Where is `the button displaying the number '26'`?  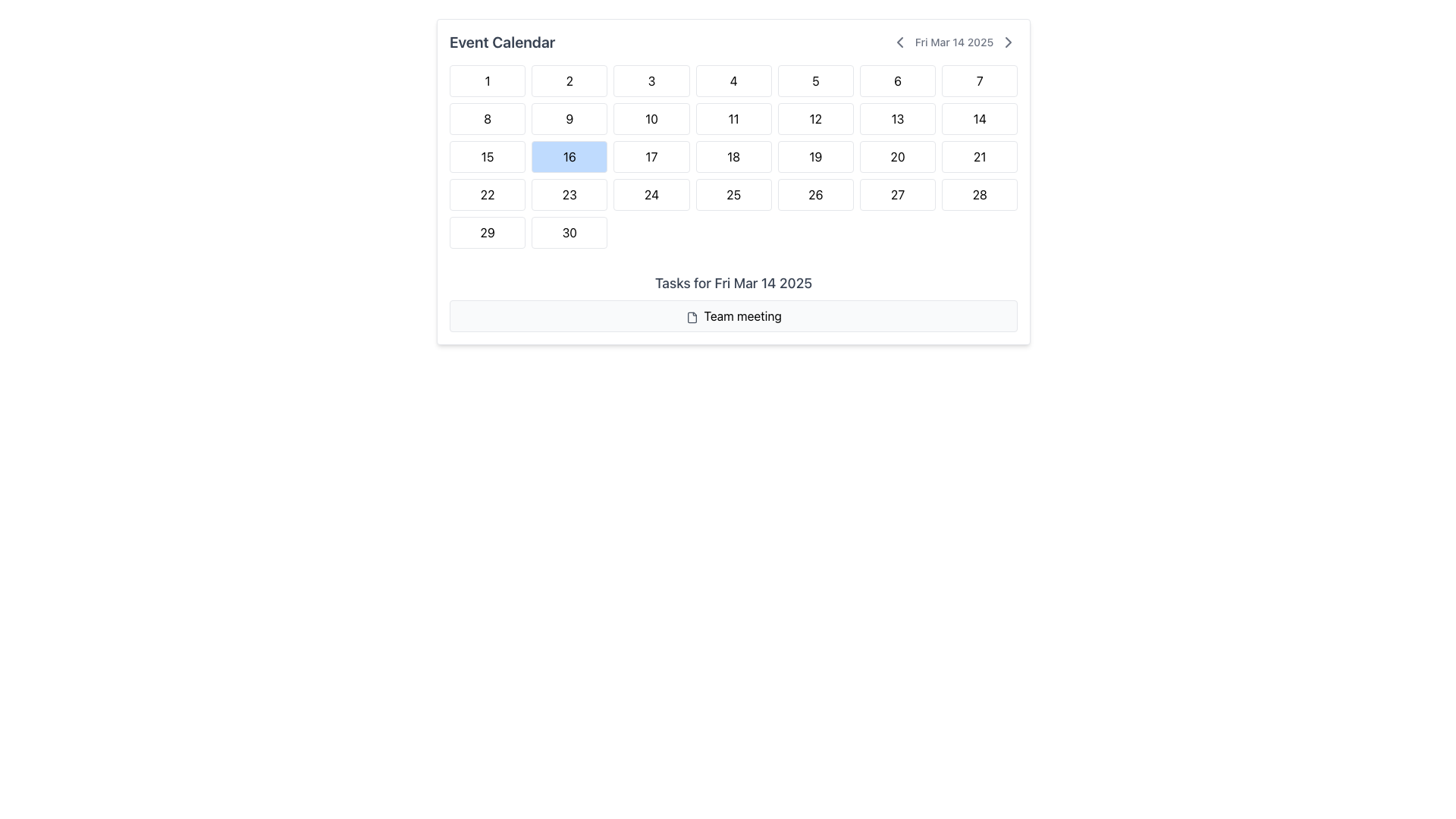
the button displaying the number '26' is located at coordinates (814, 194).